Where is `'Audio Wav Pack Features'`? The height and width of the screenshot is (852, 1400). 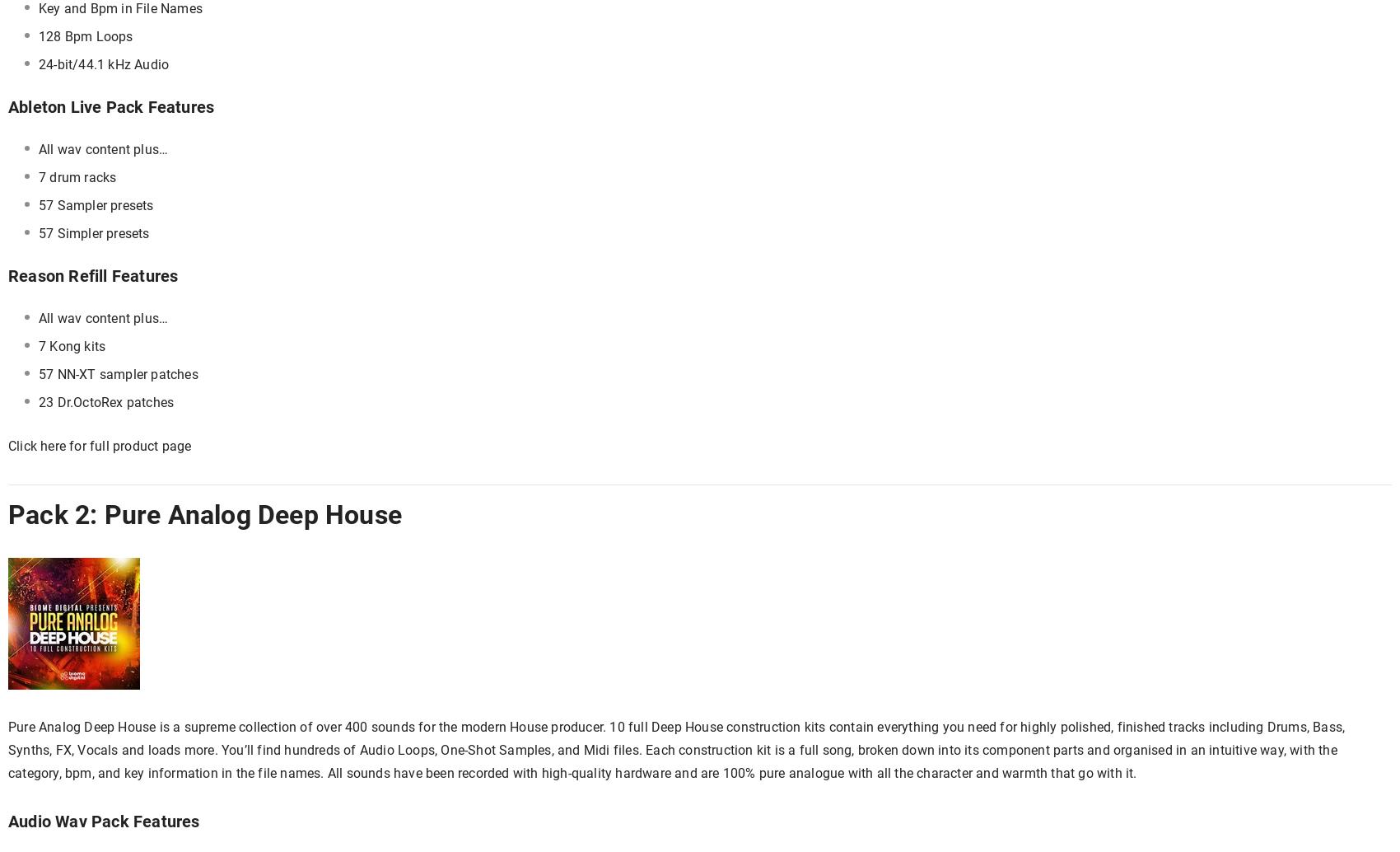
'Audio Wav Pack Features' is located at coordinates (102, 820).